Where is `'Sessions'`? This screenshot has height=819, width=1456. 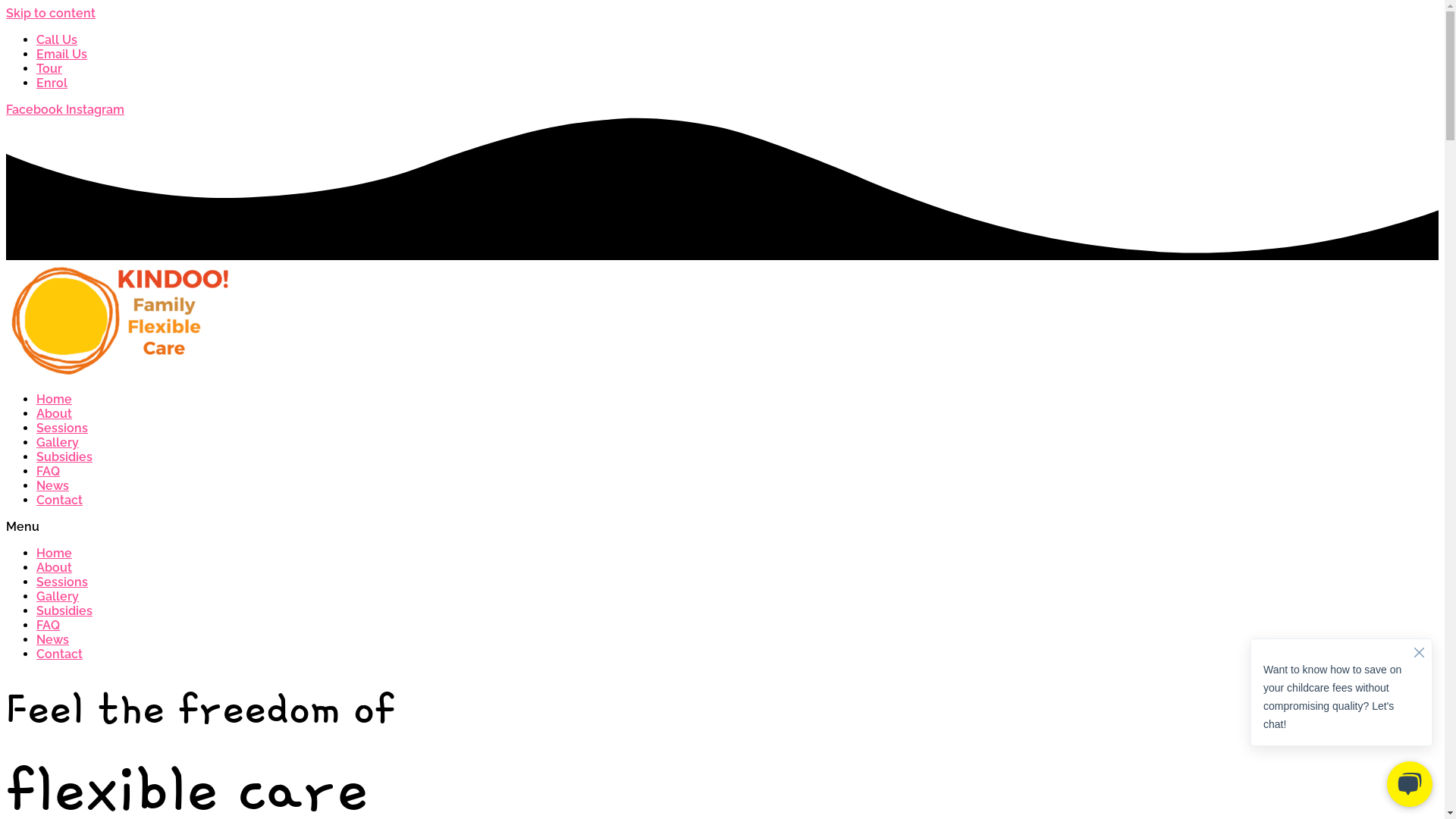 'Sessions' is located at coordinates (36, 428).